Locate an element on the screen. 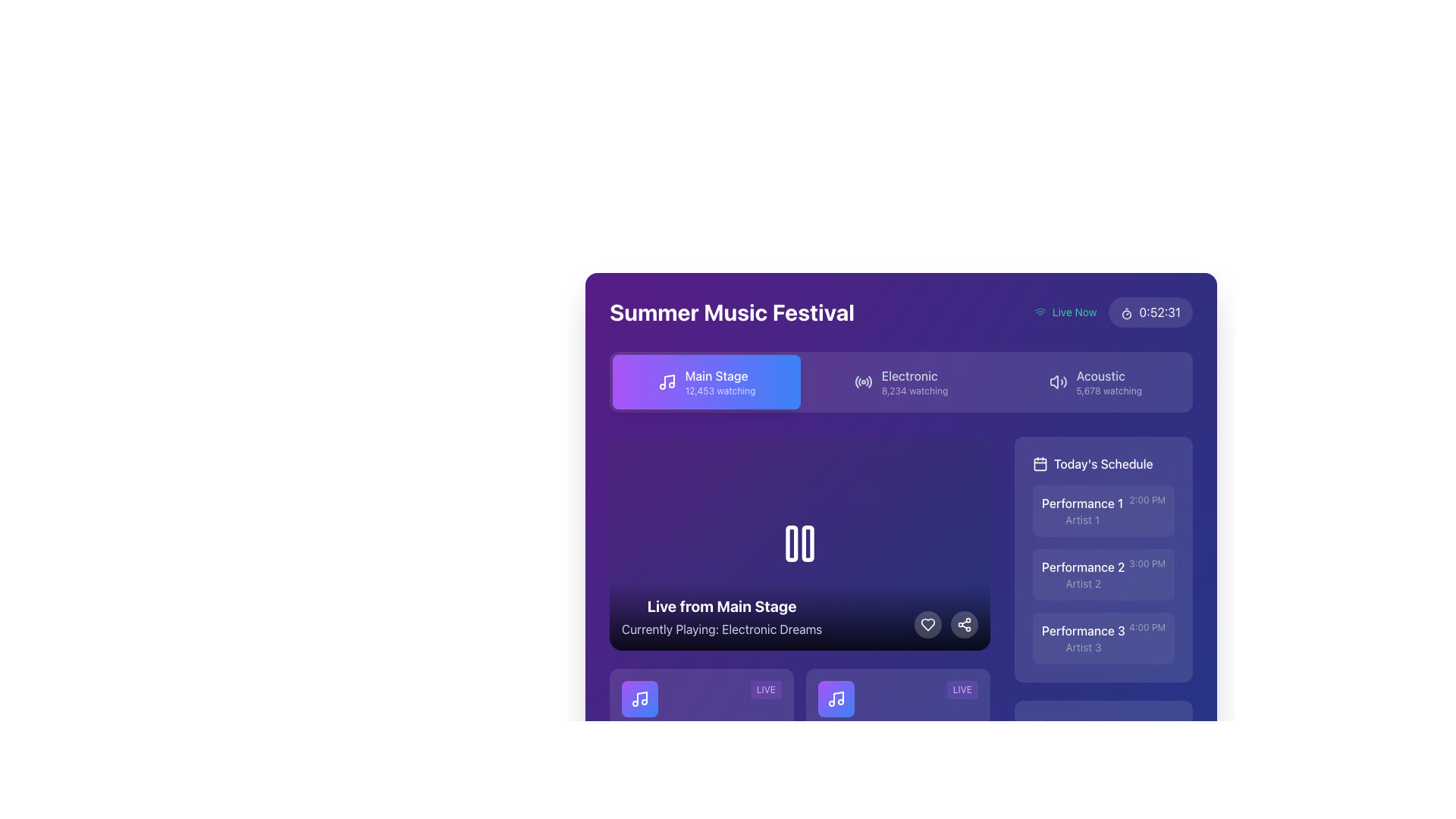 The width and height of the screenshot is (1456, 819). 'Electronic' music stage label located at the top center-right part of the interface, between the 'Main Stage' and 'Acoustic' labels is located at coordinates (914, 375).